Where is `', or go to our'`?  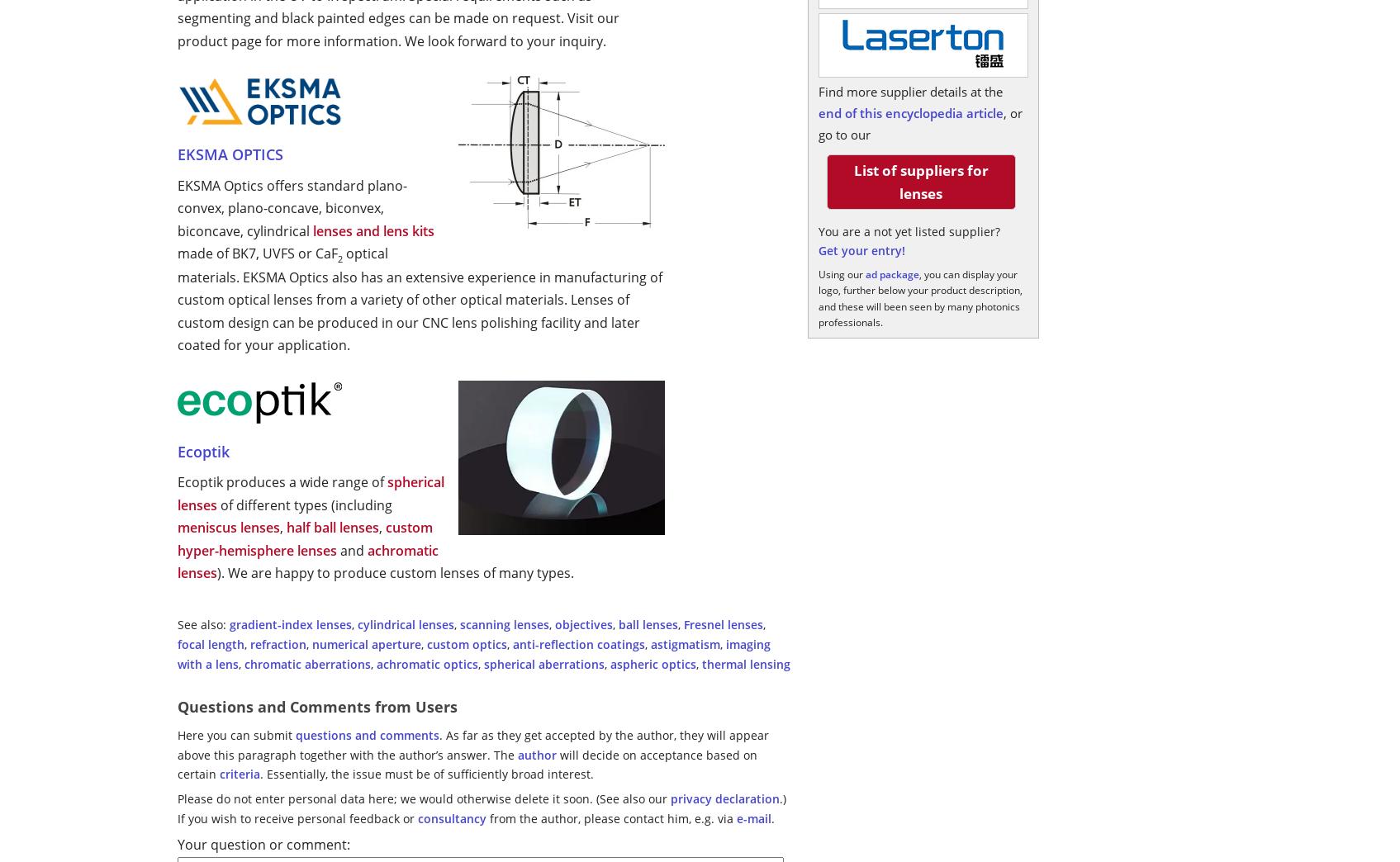 ', or go to our' is located at coordinates (918, 123).